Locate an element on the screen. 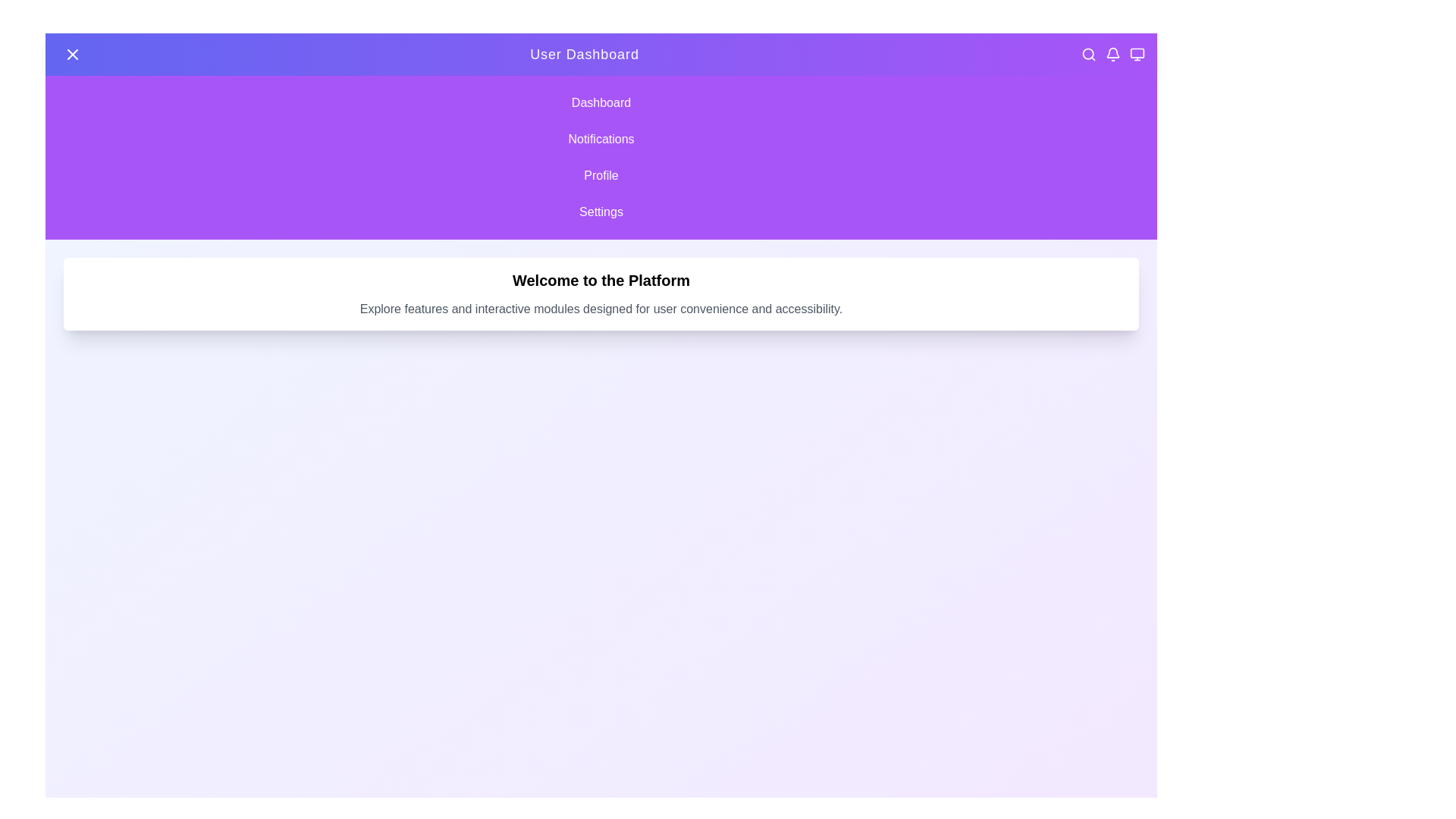 The height and width of the screenshot is (819, 1456). the menu item Profile to navigate to the respective section is located at coordinates (600, 174).